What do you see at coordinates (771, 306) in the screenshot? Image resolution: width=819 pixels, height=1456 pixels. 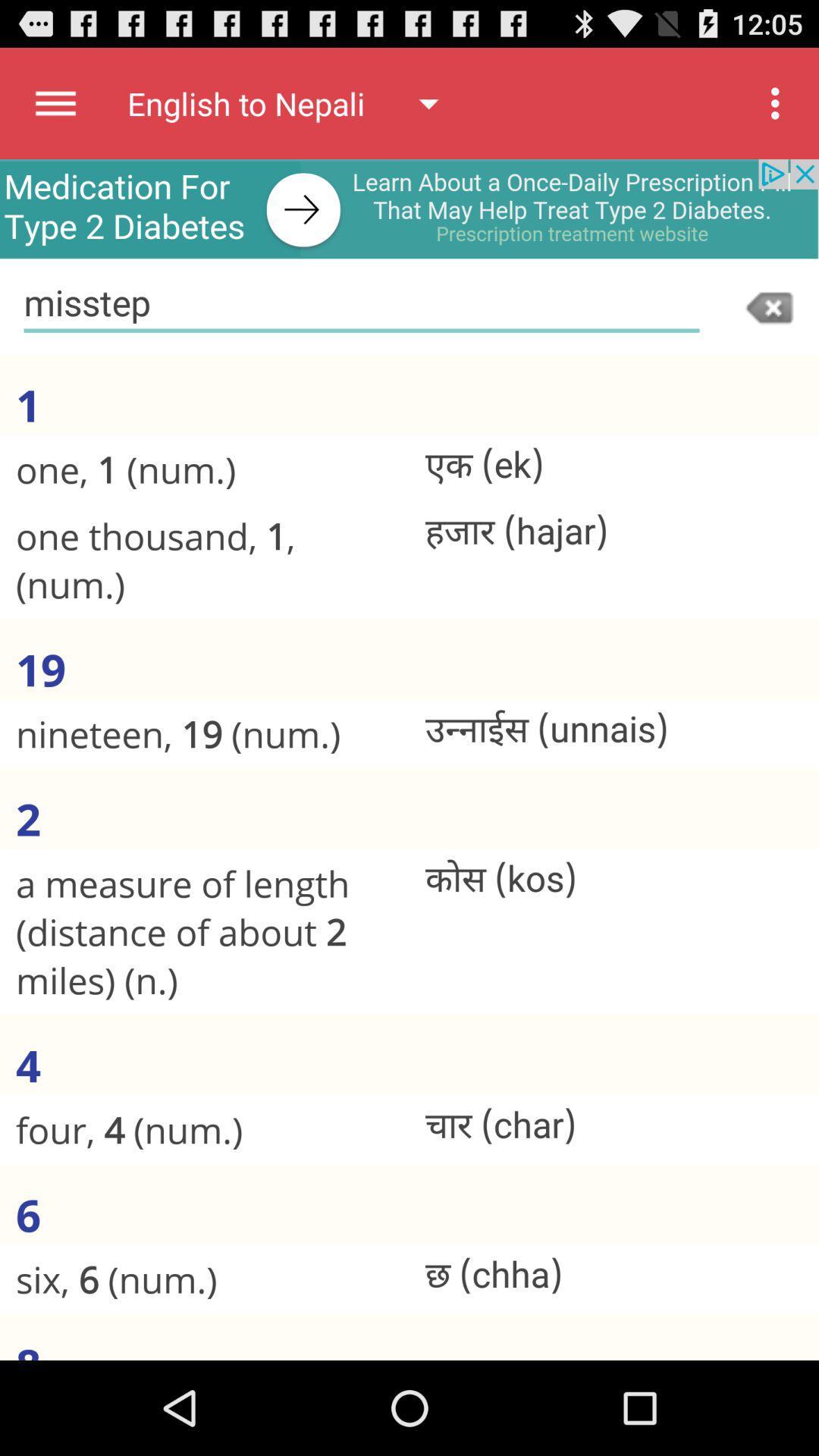 I see `erase typed information` at bounding box center [771, 306].